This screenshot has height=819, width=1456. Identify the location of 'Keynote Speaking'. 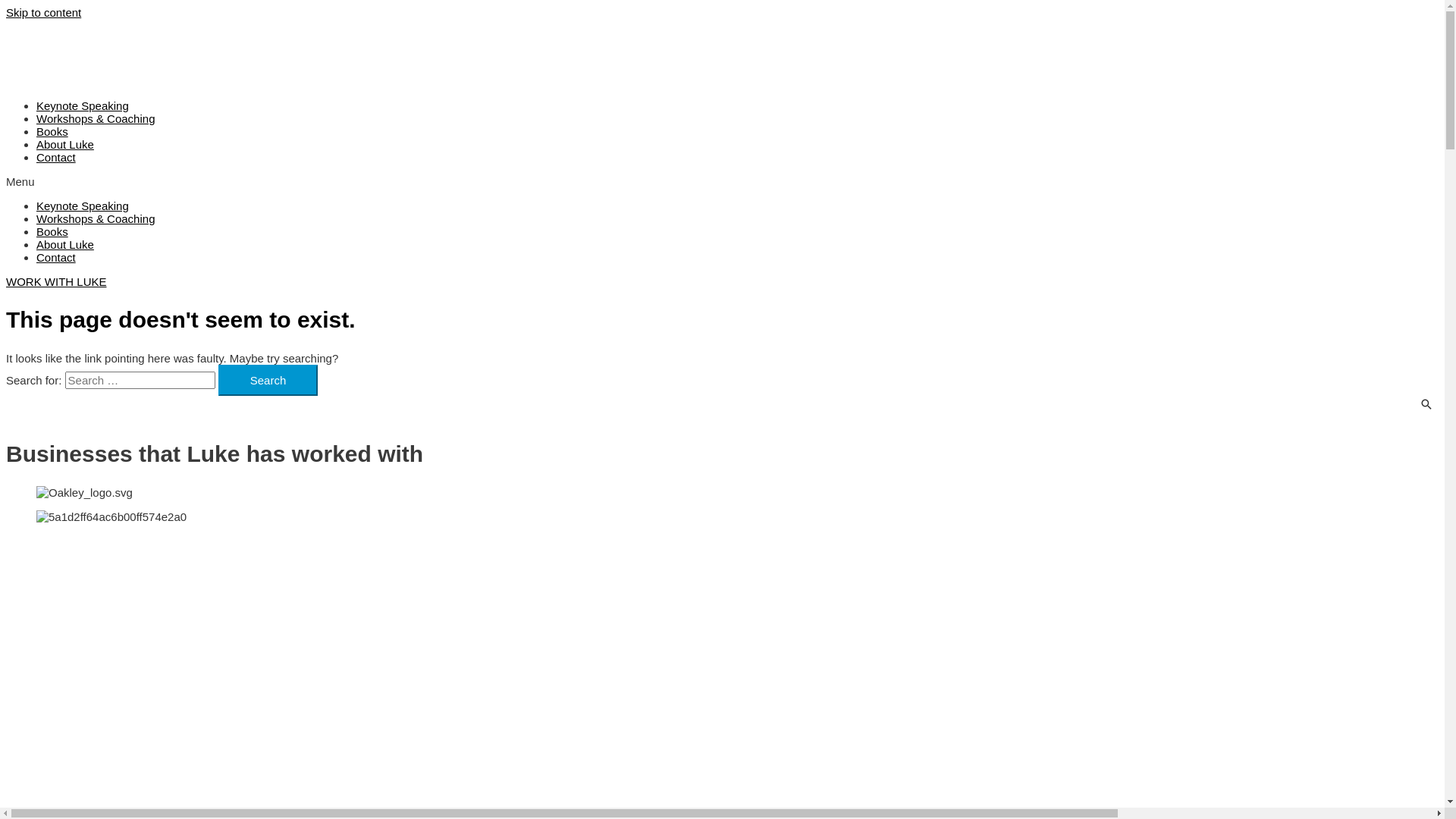
(36, 105).